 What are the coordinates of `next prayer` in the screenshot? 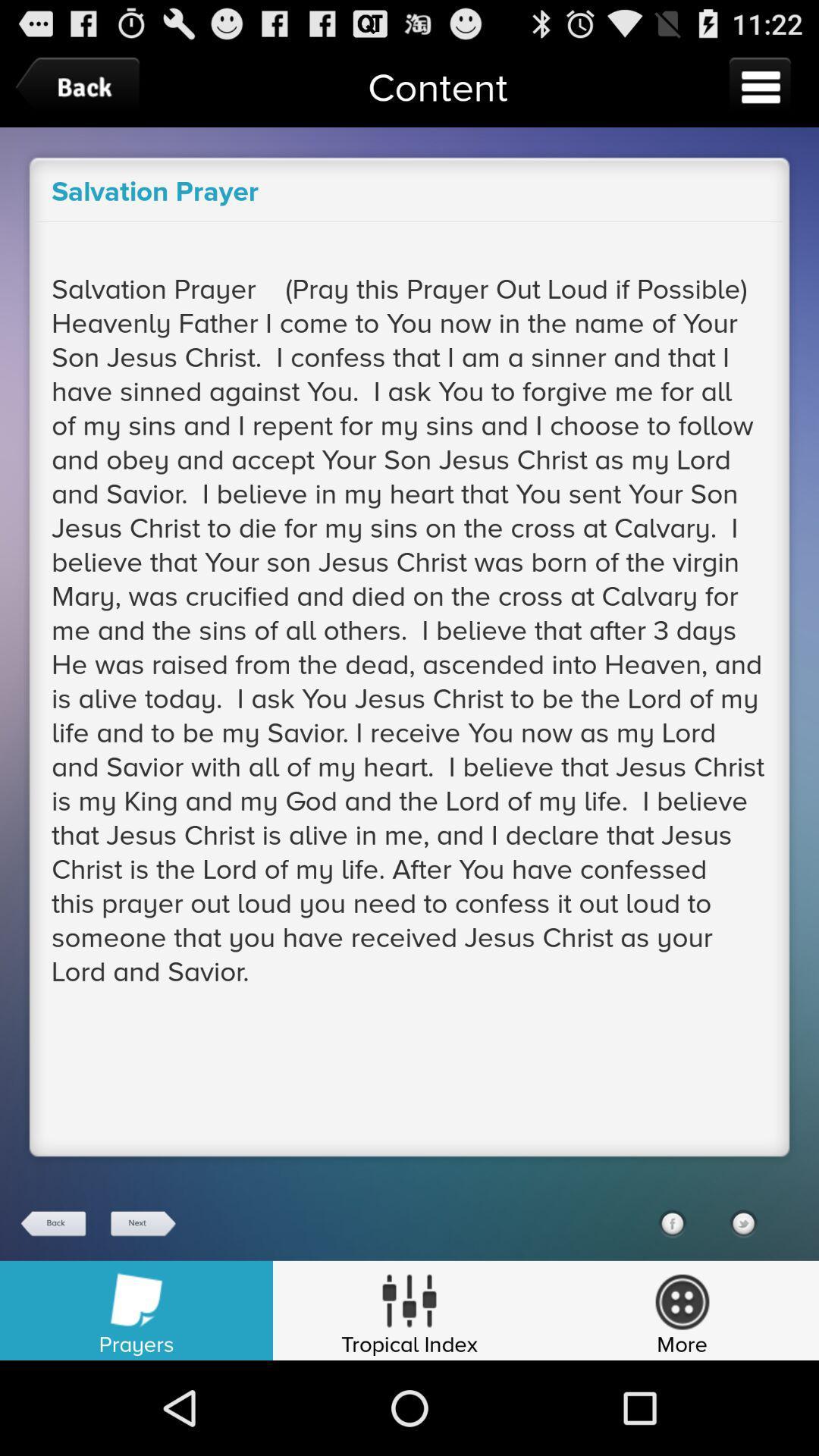 It's located at (142, 1223).